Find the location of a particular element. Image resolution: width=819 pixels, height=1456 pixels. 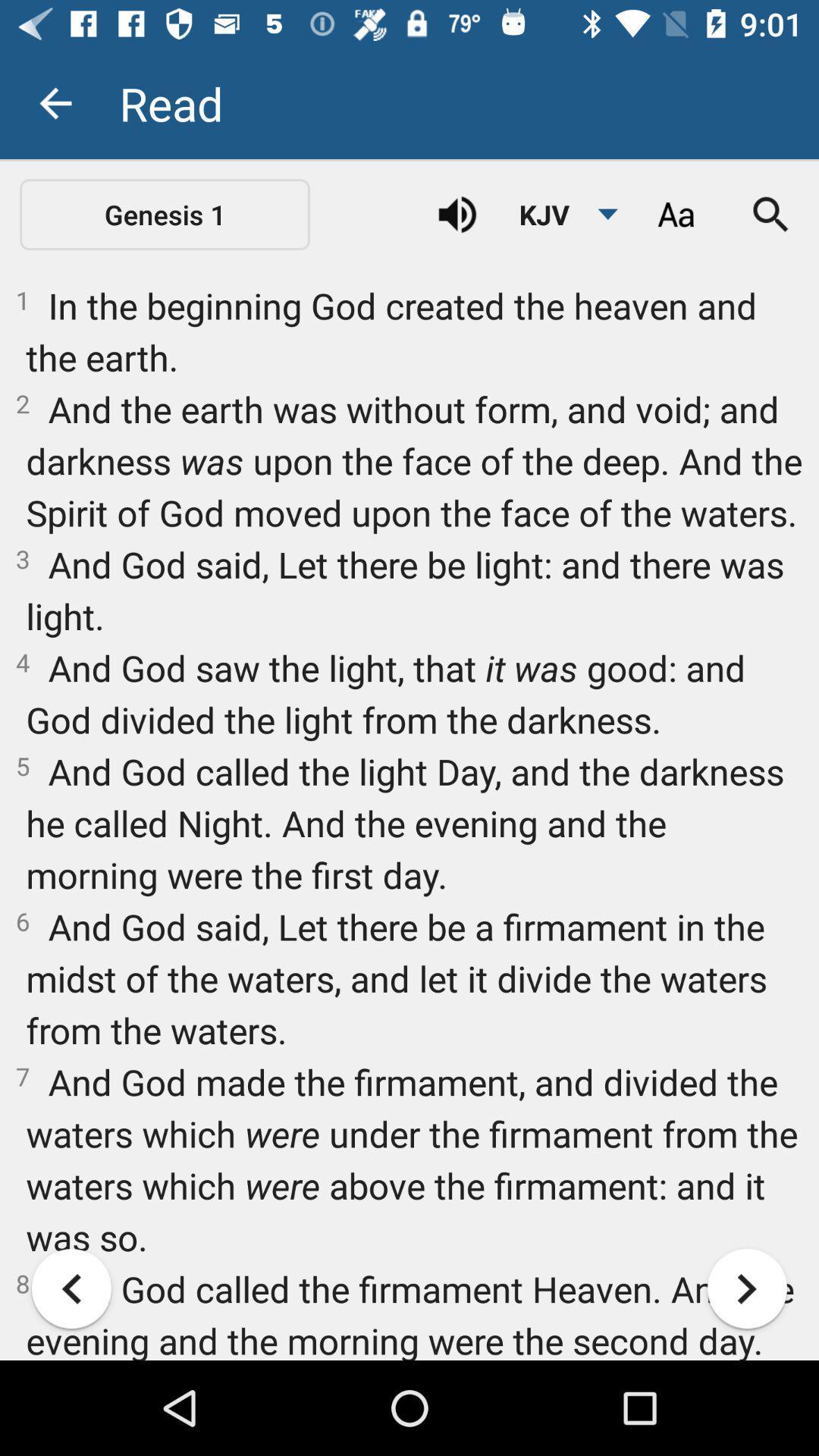

the item to the right of genesis 1 item is located at coordinates (457, 214).